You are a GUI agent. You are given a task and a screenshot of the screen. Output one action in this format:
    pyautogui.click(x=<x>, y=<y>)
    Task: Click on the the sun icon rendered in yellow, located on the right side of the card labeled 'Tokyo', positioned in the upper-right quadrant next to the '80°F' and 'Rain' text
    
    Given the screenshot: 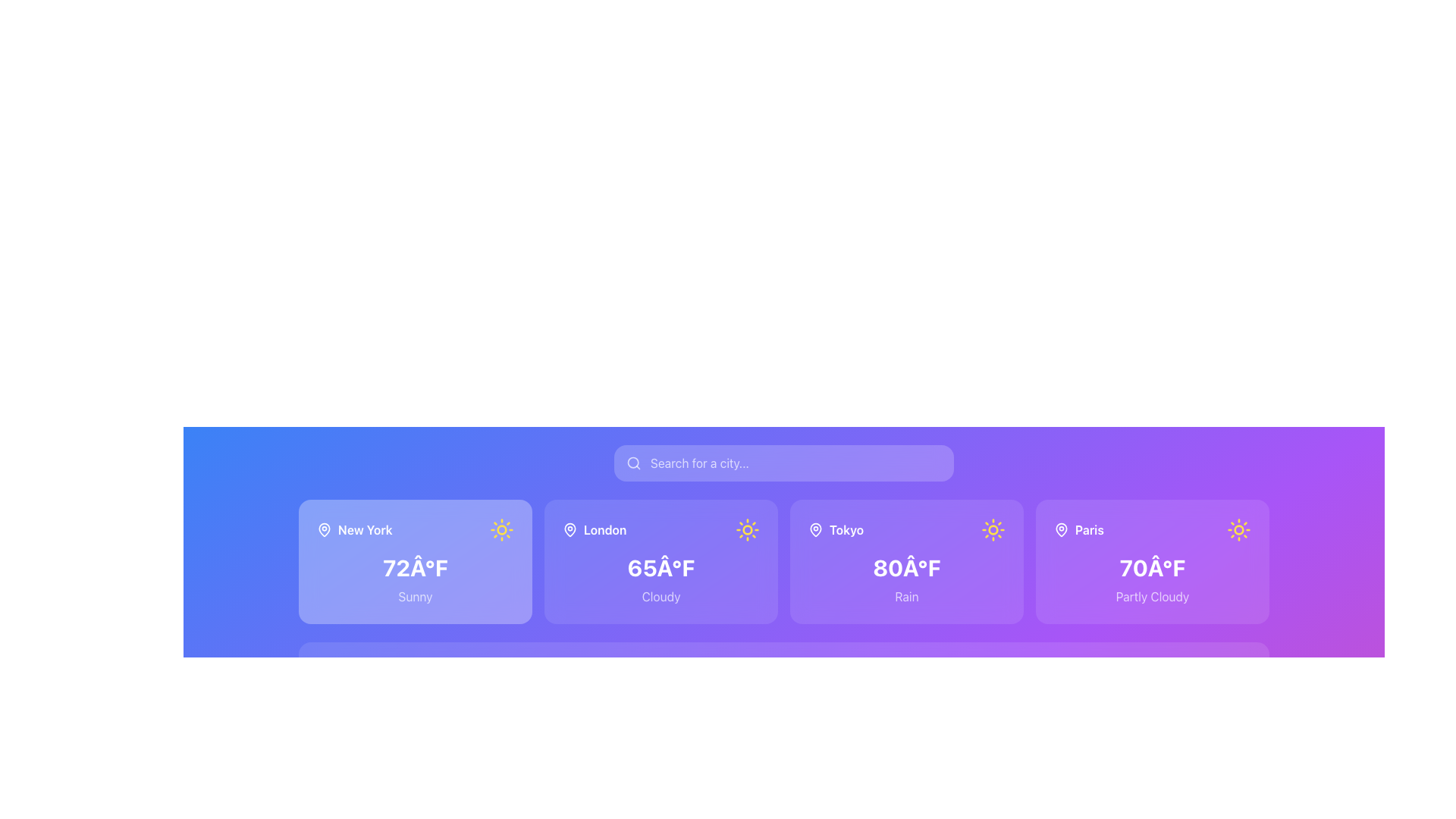 What is the action you would take?
    pyautogui.click(x=993, y=529)
    